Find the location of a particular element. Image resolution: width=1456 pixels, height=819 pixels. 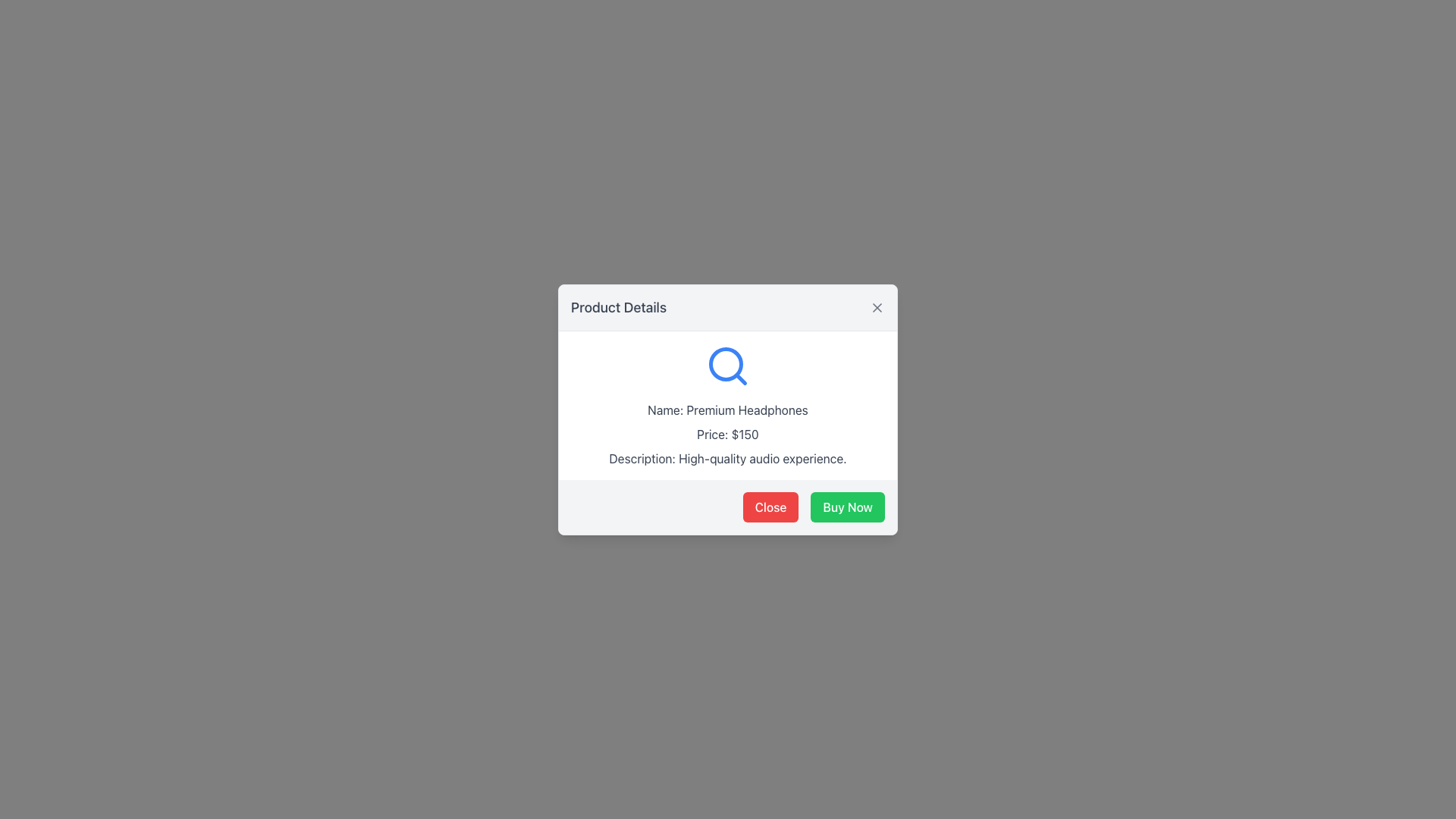

the small cross icon located in the top-right corner of the 'Product Details' modal window is located at coordinates (877, 307).